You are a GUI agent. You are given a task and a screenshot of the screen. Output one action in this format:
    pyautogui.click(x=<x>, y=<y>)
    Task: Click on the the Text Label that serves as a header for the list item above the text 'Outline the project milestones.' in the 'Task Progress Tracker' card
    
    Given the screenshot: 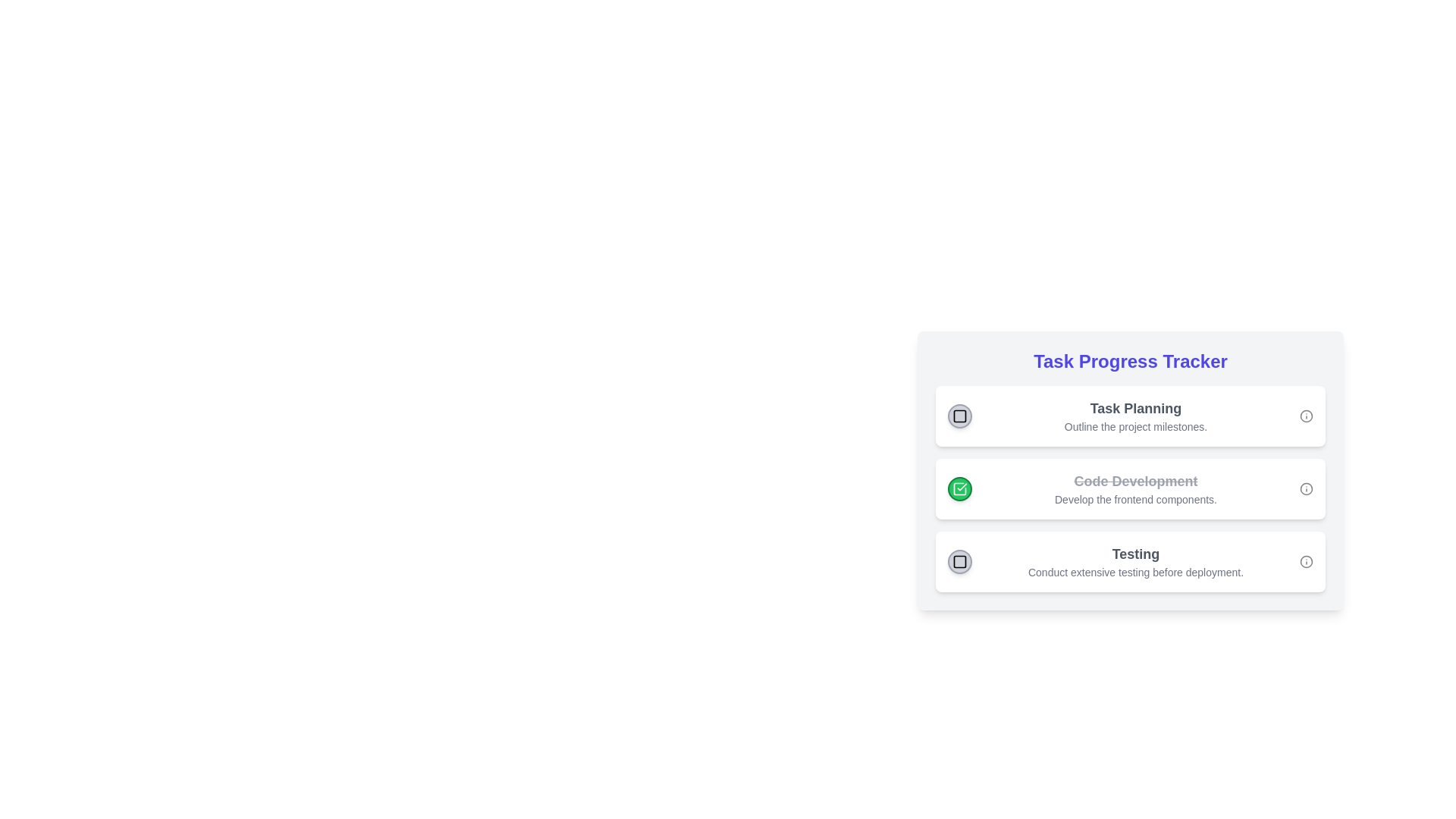 What is the action you would take?
    pyautogui.click(x=1135, y=408)
    